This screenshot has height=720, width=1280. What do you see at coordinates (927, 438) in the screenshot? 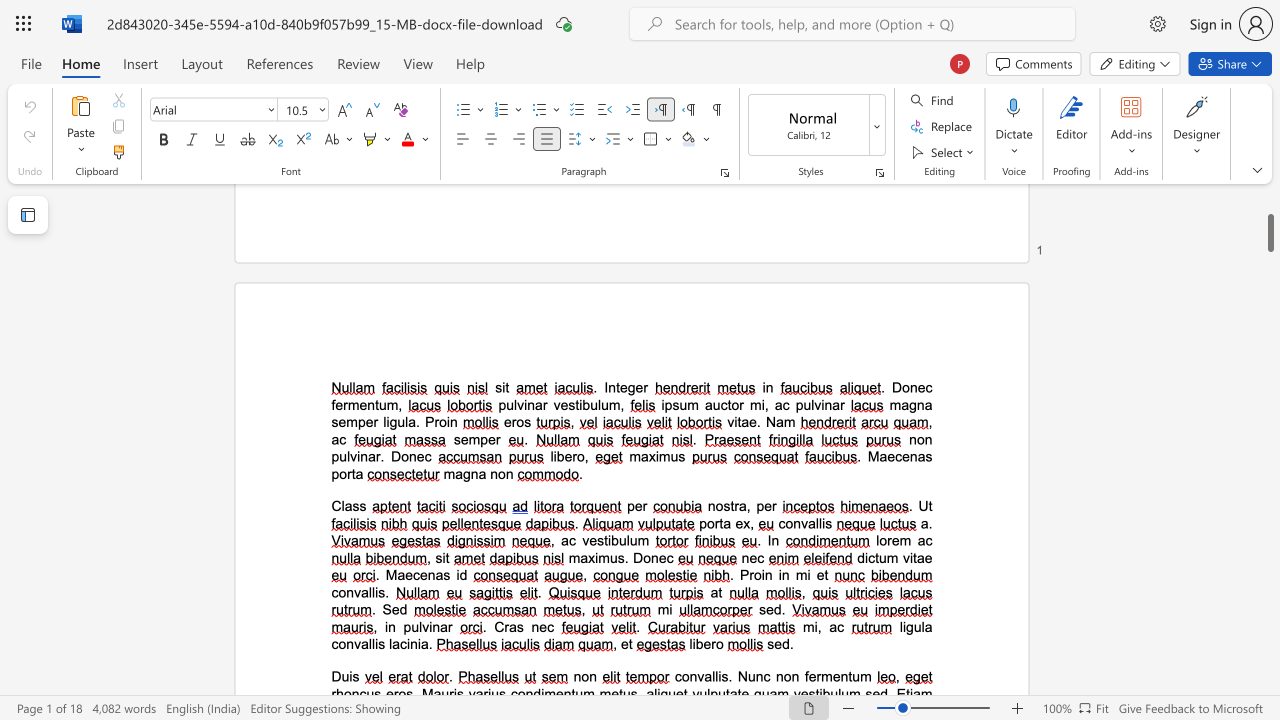
I see `the 2th character "n" in the text` at bounding box center [927, 438].